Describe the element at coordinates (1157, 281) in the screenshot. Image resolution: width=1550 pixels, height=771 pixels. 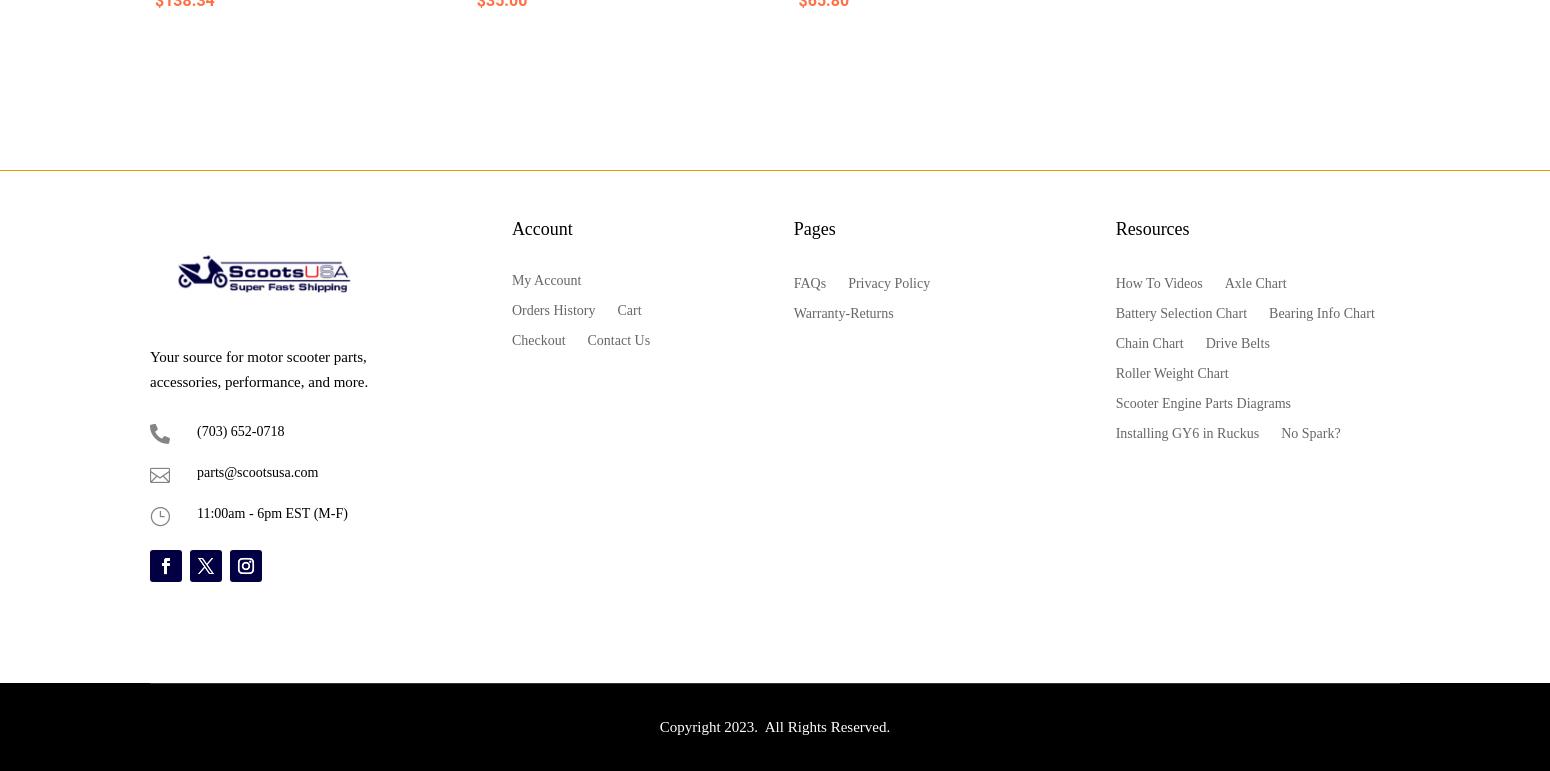
I see `'How To Videos'` at that location.